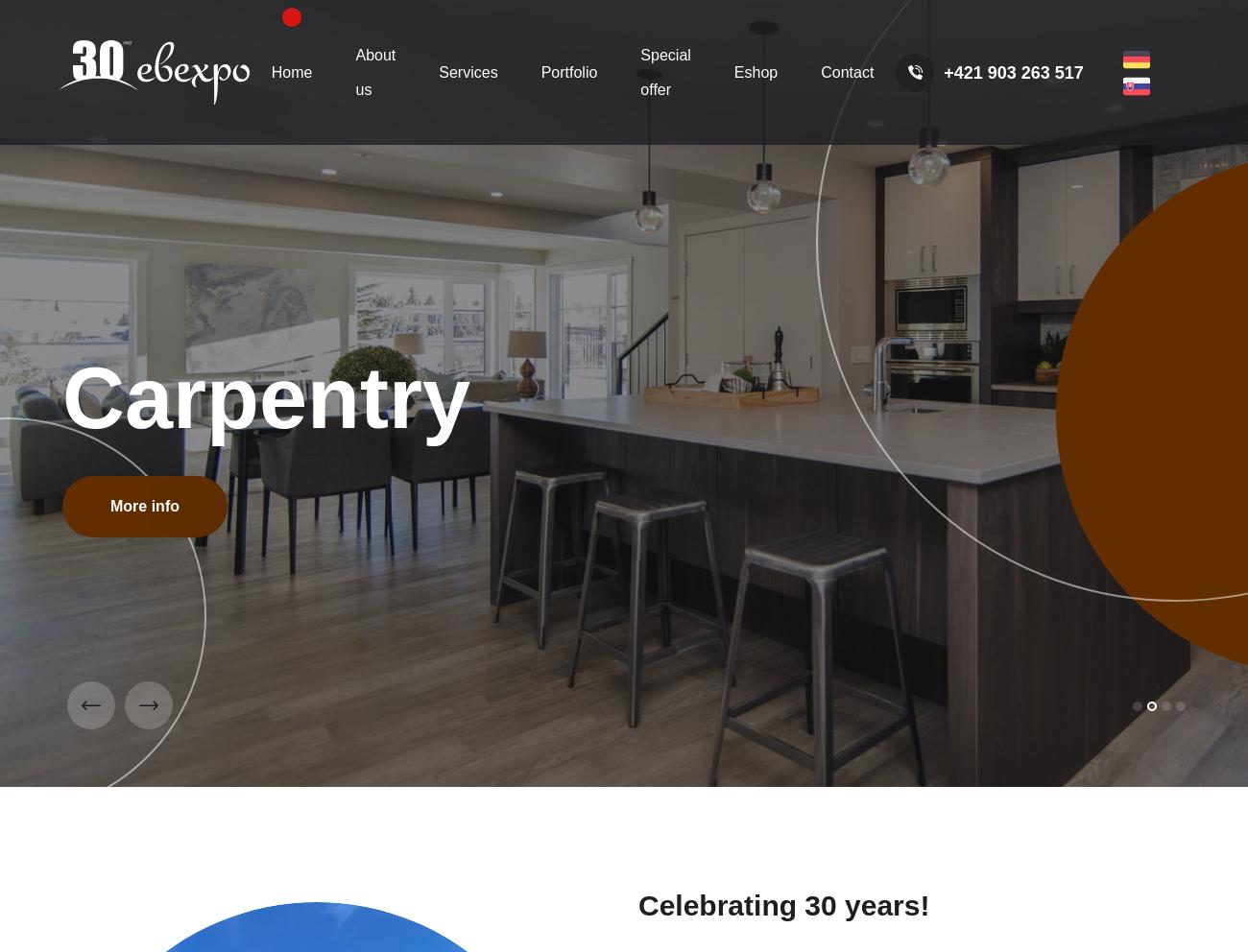 The image size is (1248, 952). I want to click on '+421 903 263 517', so click(943, 71).